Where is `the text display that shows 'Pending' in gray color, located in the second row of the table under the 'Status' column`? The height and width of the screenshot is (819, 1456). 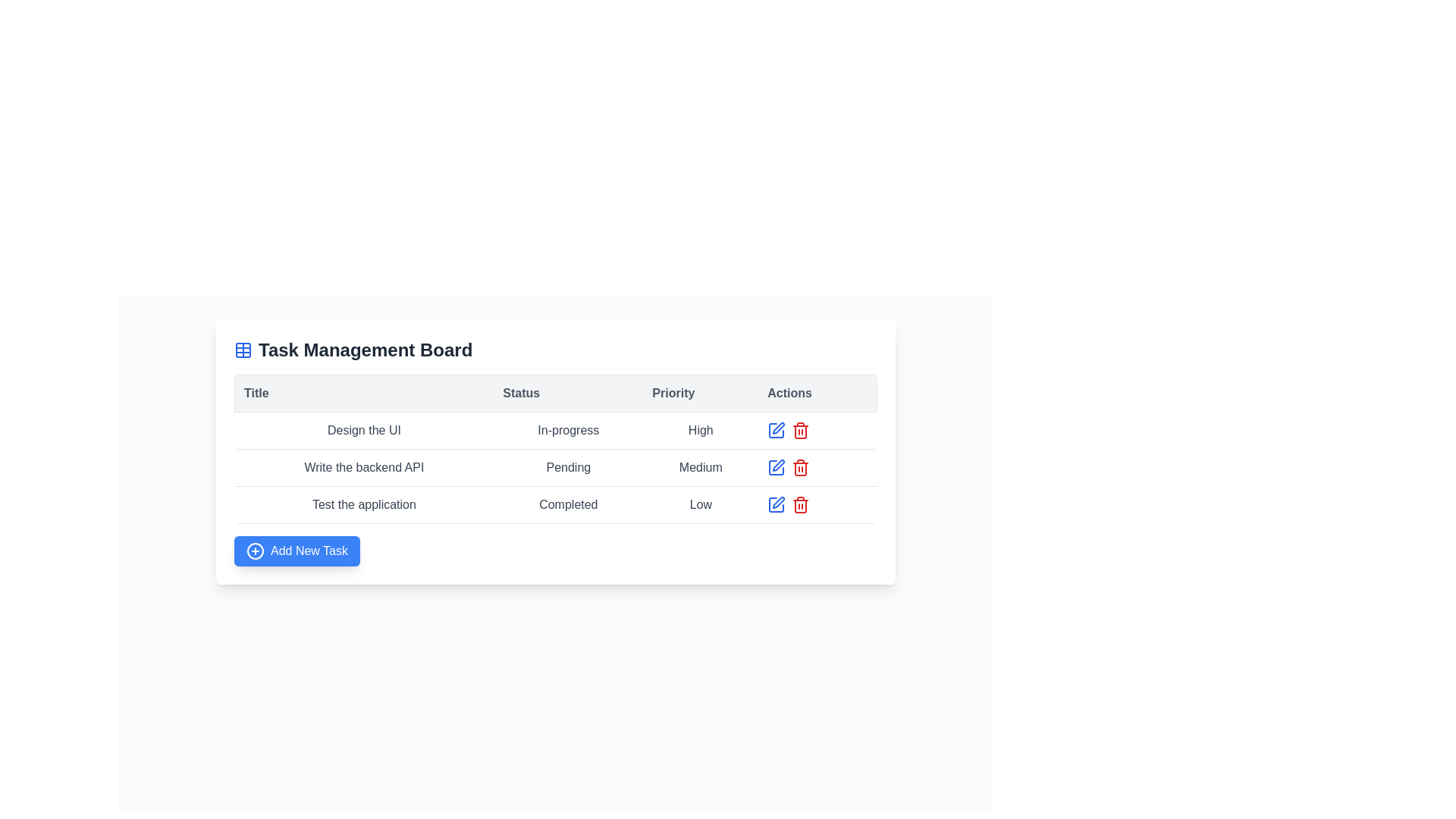
the text display that shows 'Pending' in gray color, located in the second row of the table under the 'Status' column is located at coordinates (567, 467).